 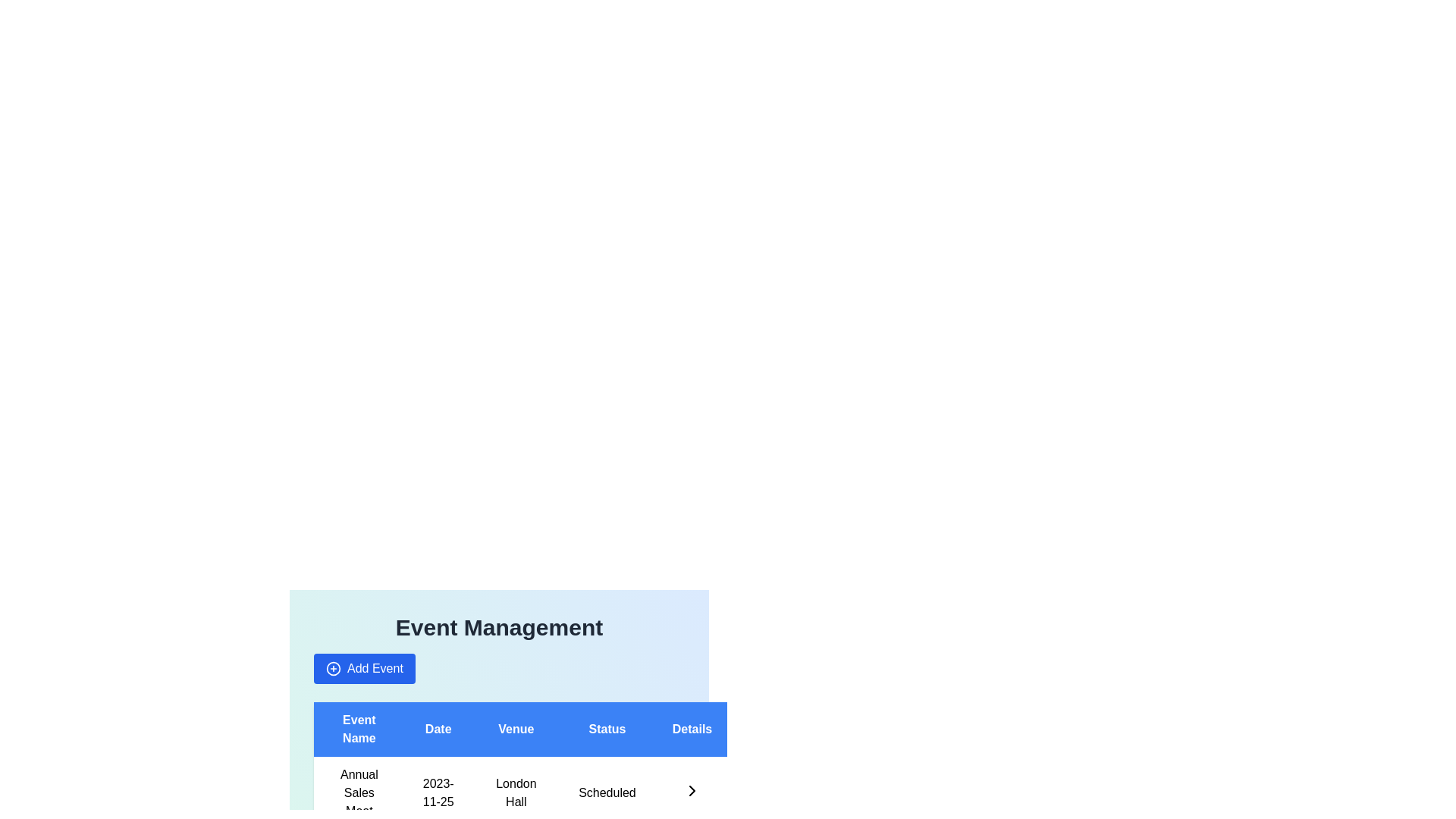 I want to click on the bold-styled header with the text 'Event Management', which is prominently positioned above the 'Add Event' button, so click(x=499, y=628).